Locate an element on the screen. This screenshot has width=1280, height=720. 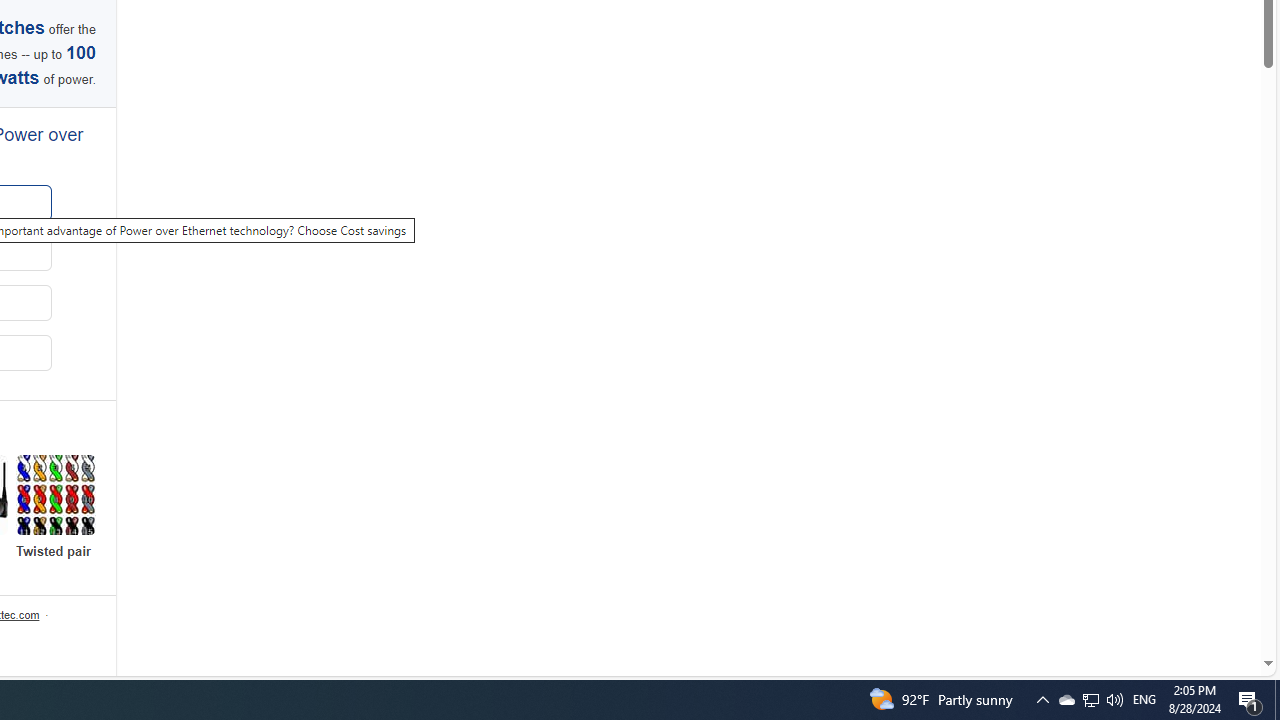
'Twisted pair' is located at coordinates (55, 495).